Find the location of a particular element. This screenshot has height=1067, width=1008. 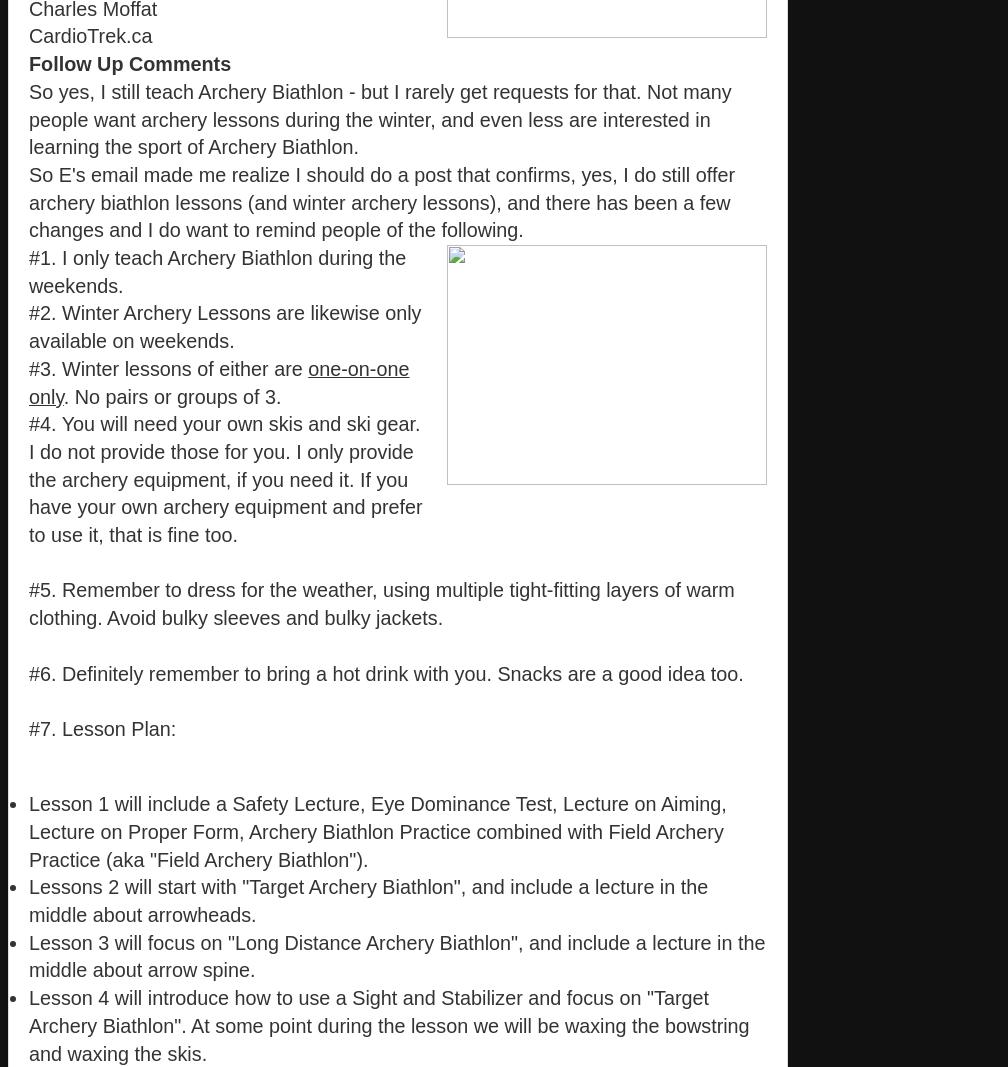

'Lesson 3 will focus on "Long Distance Archery Biathlon", and include a lecture in the middle about arrow spine.' is located at coordinates (396, 956).